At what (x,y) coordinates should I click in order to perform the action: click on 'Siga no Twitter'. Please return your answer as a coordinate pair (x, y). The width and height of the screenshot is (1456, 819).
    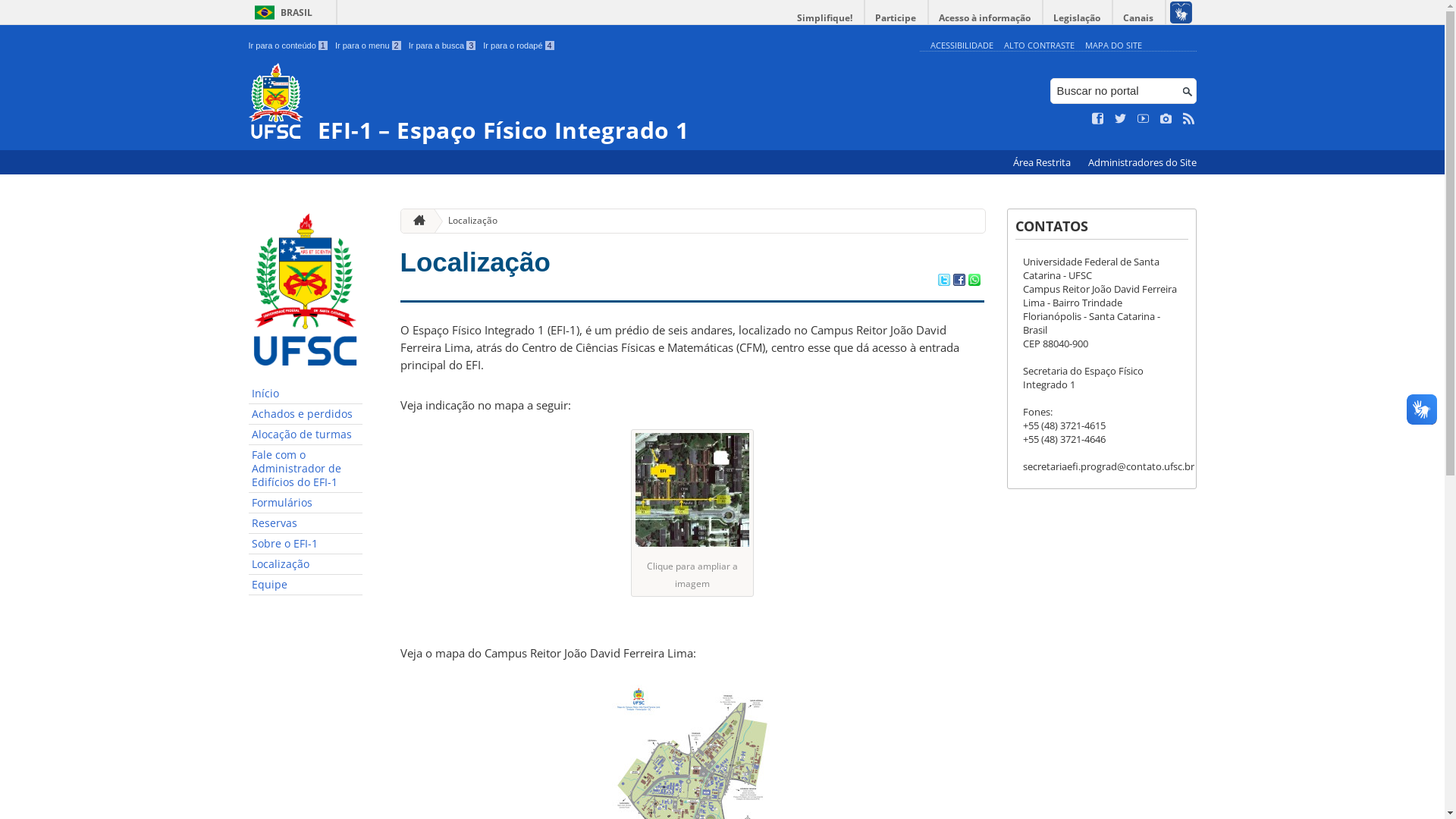
    Looking at the image, I should click on (1121, 118).